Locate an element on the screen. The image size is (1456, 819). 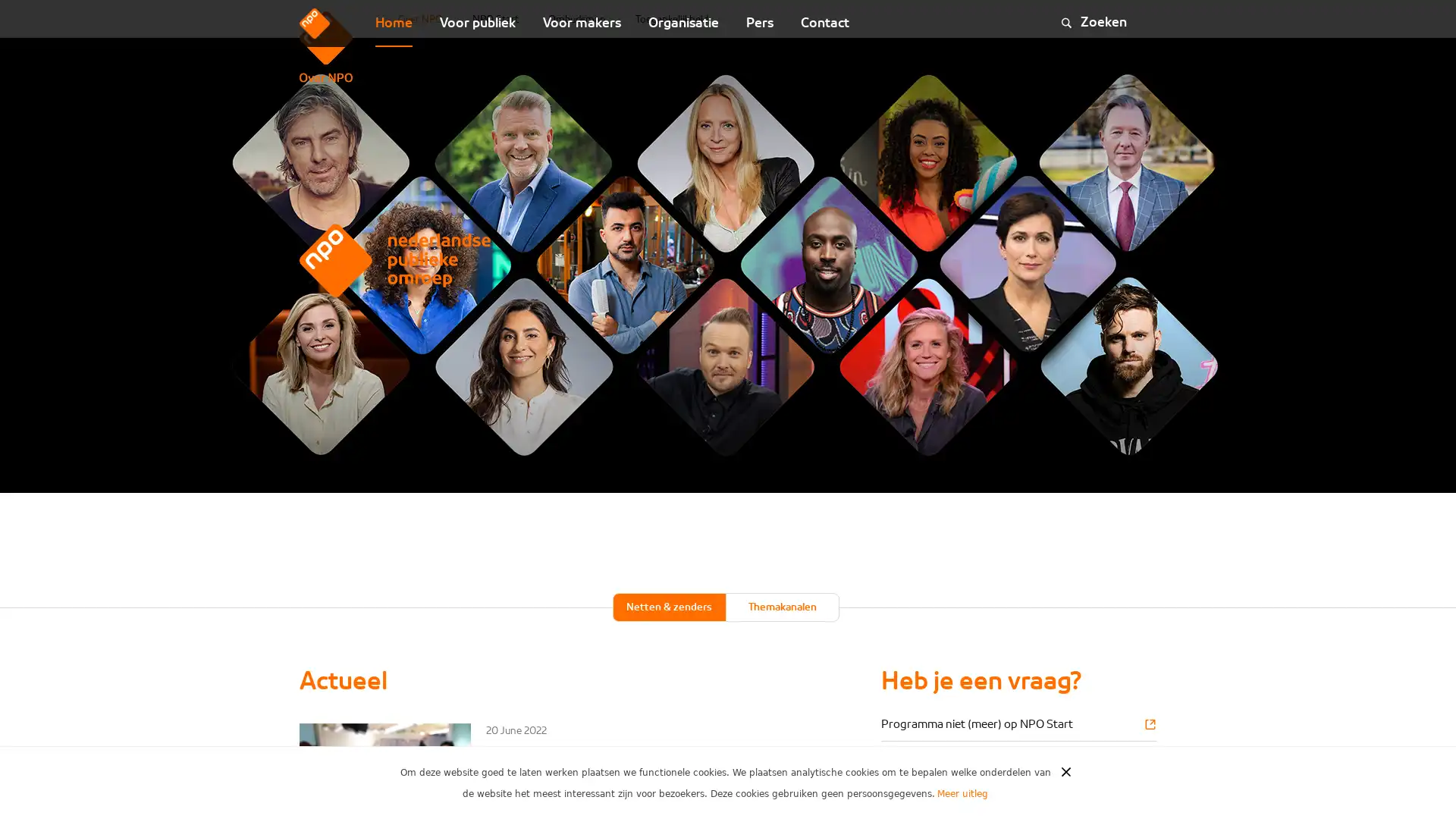
Netten & zenders is located at coordinates (668, 607).